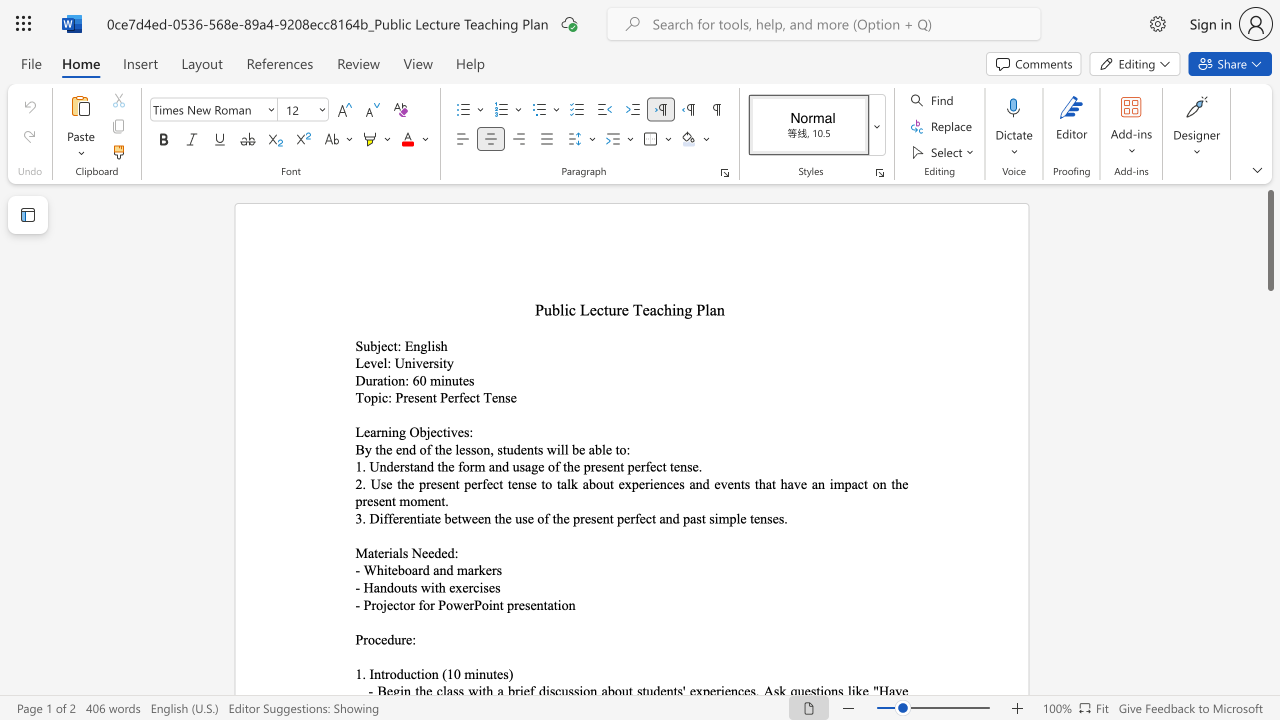 This screenshot has width=1280, height=720. I want to click on the page's right scrollbar for downward movement, so click(1269, 580).